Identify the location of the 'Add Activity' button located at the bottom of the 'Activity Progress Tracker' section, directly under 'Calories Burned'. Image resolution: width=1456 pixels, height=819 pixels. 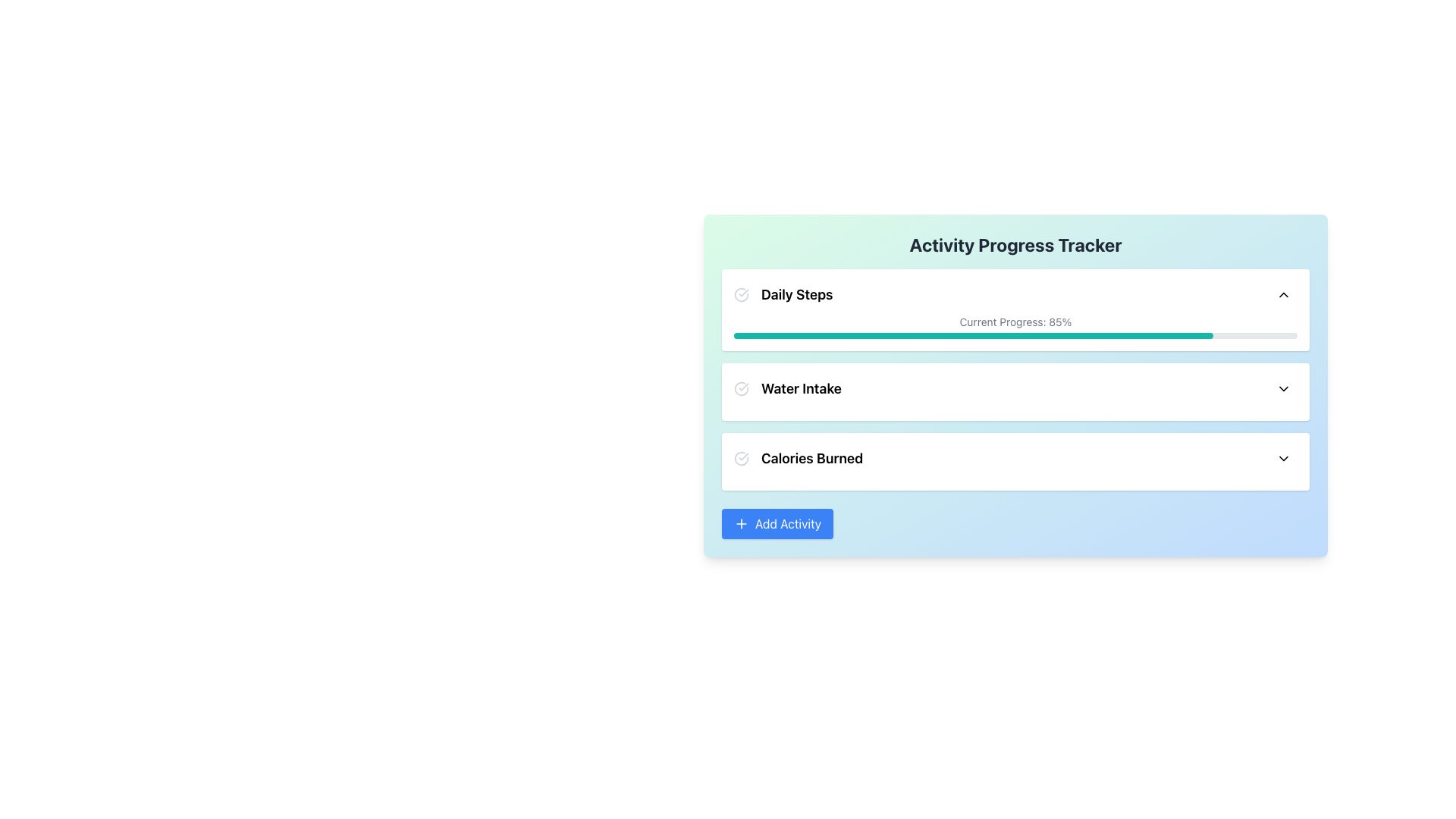
(777, 522).